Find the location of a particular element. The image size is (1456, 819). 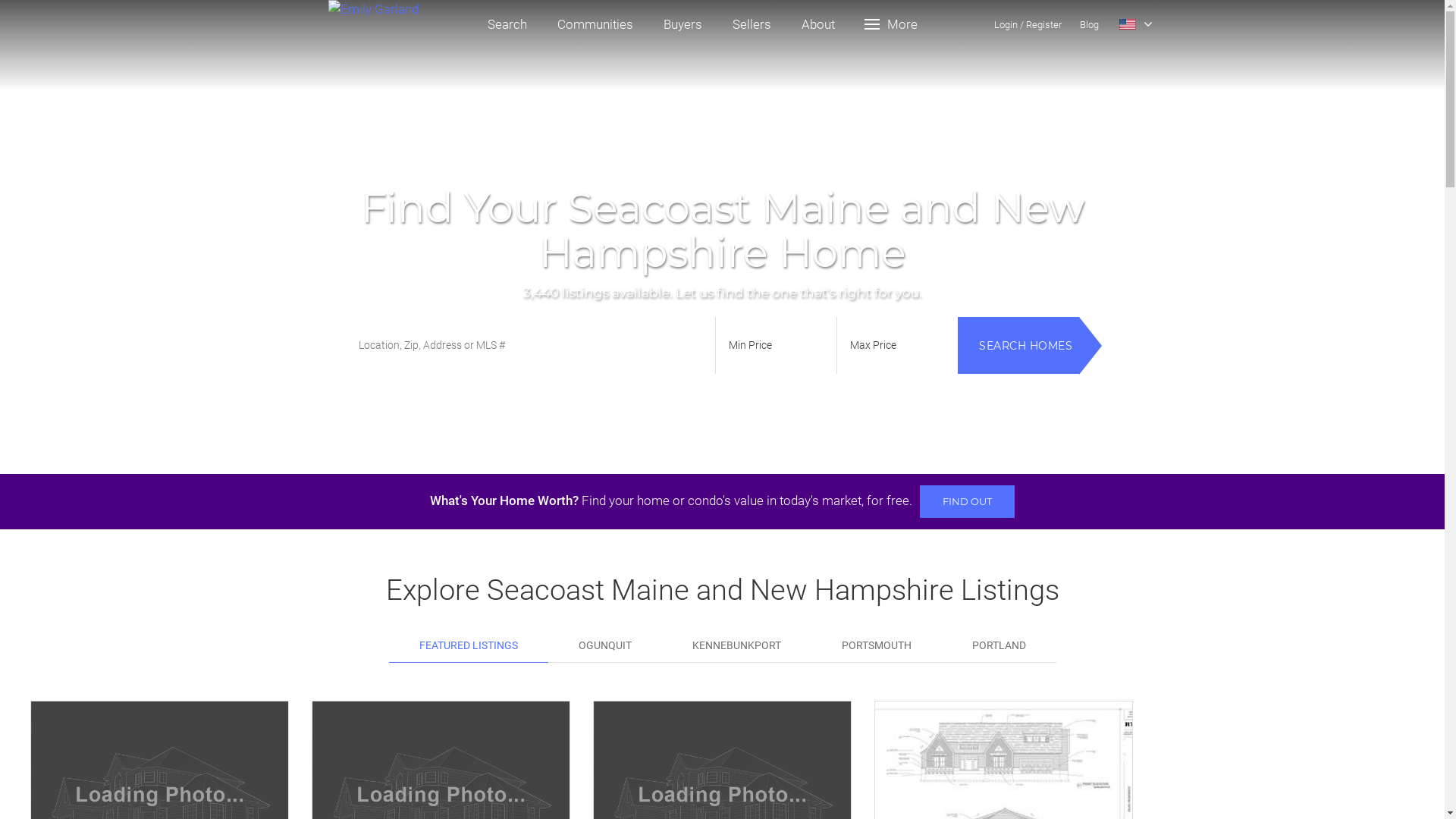

'More' is located at coordinates (892, 24).